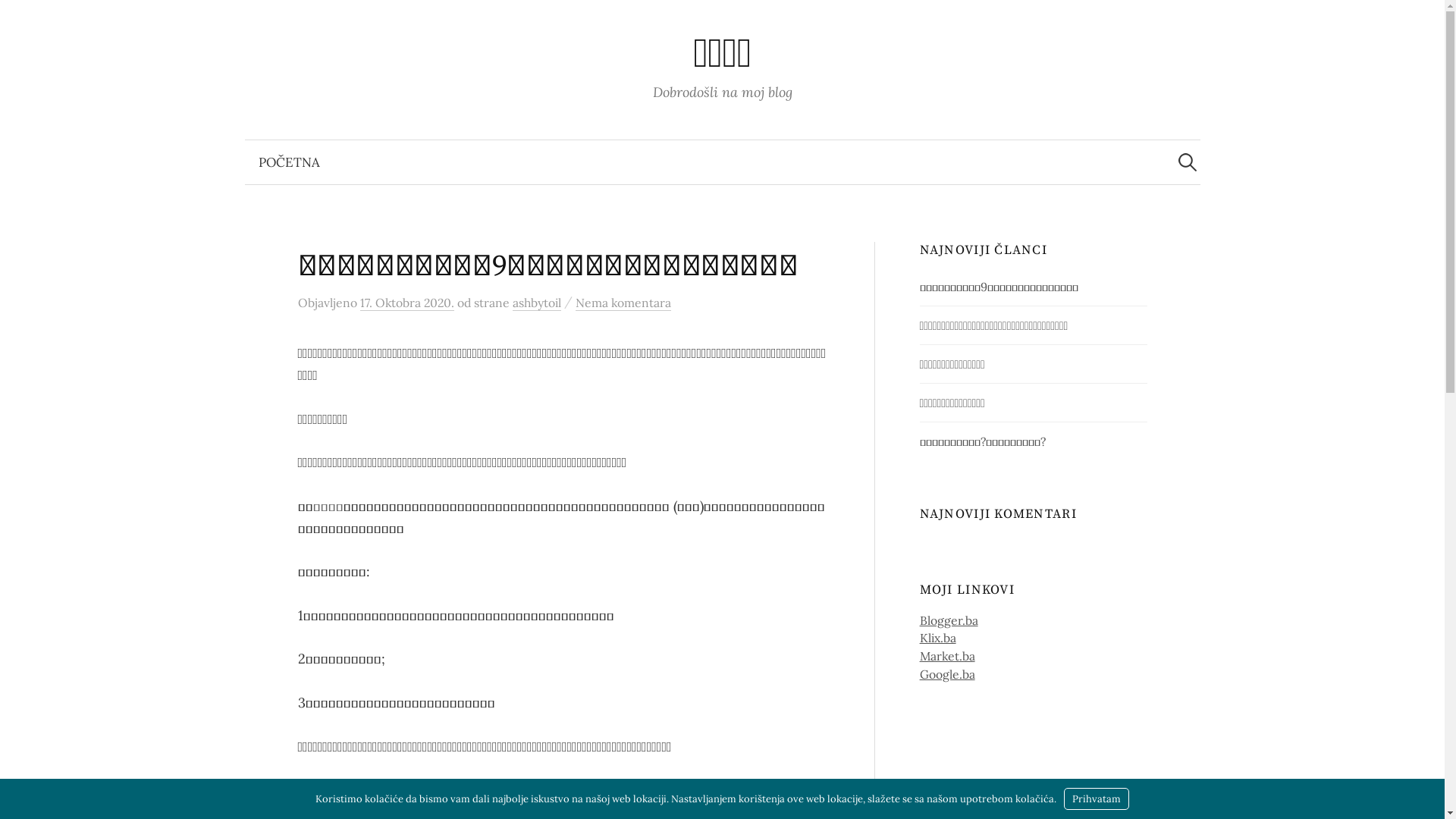 Image resolution: width=1456 pixels, height=819 pixels. What do you see at coordinates (937, 637) in the screenshot?
I see `'Klix.ba'` at bounding box center [937, 637].